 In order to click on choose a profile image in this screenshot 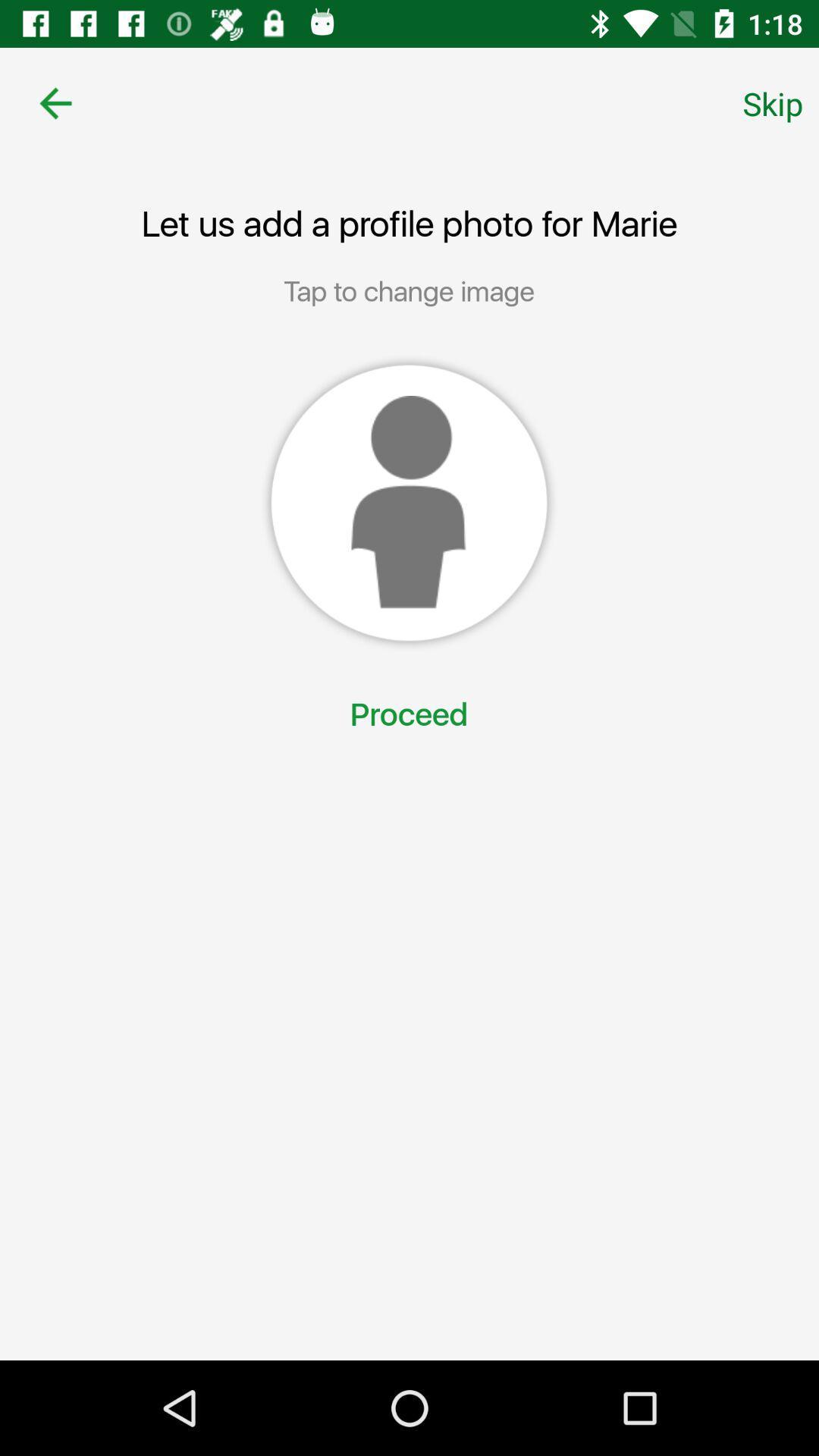, I will do `click(408, 503)`.